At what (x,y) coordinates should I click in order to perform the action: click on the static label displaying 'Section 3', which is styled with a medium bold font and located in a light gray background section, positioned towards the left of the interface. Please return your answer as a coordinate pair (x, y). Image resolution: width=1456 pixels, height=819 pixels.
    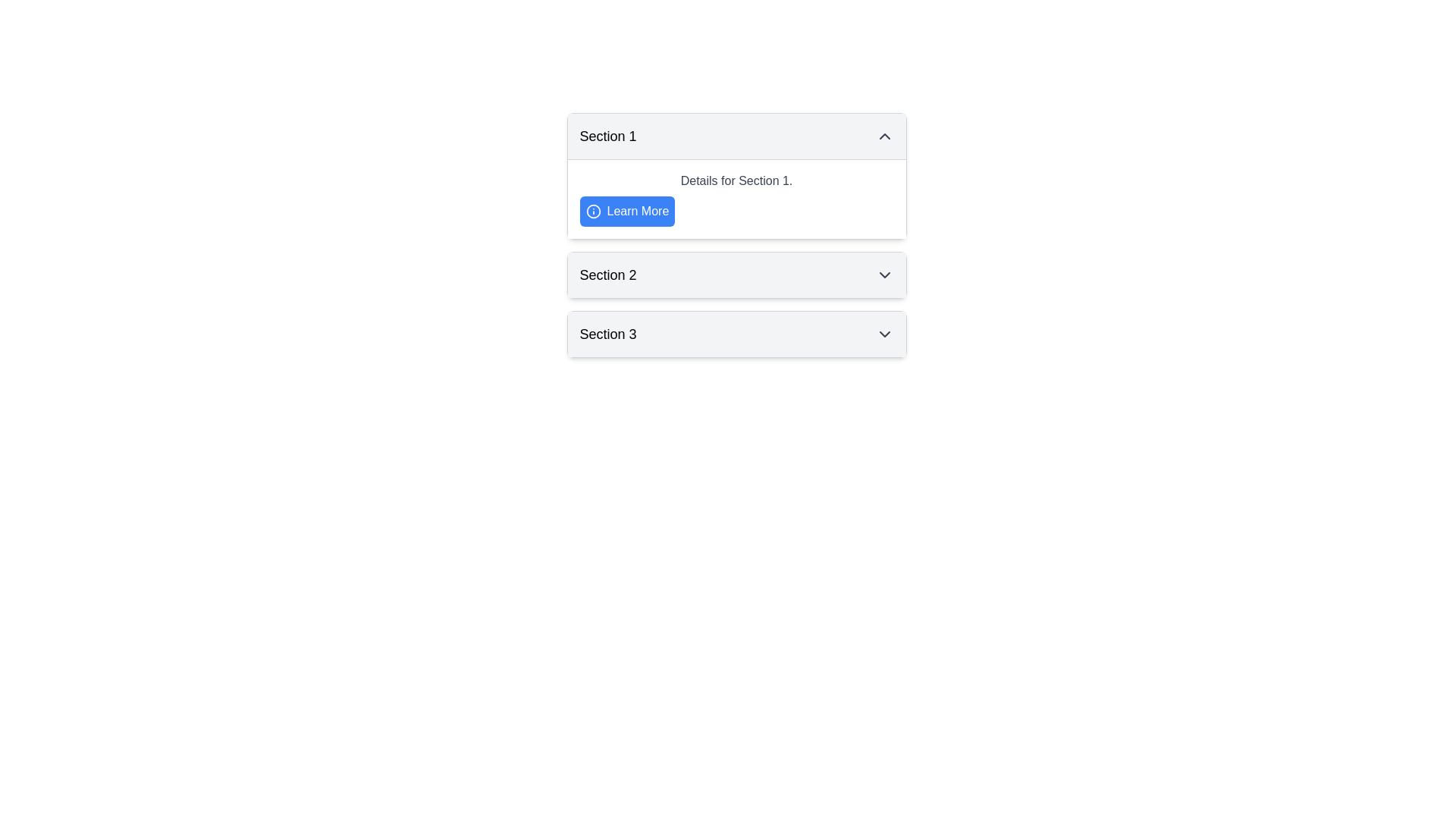
    Looking at the image, I should click on (607, 333).